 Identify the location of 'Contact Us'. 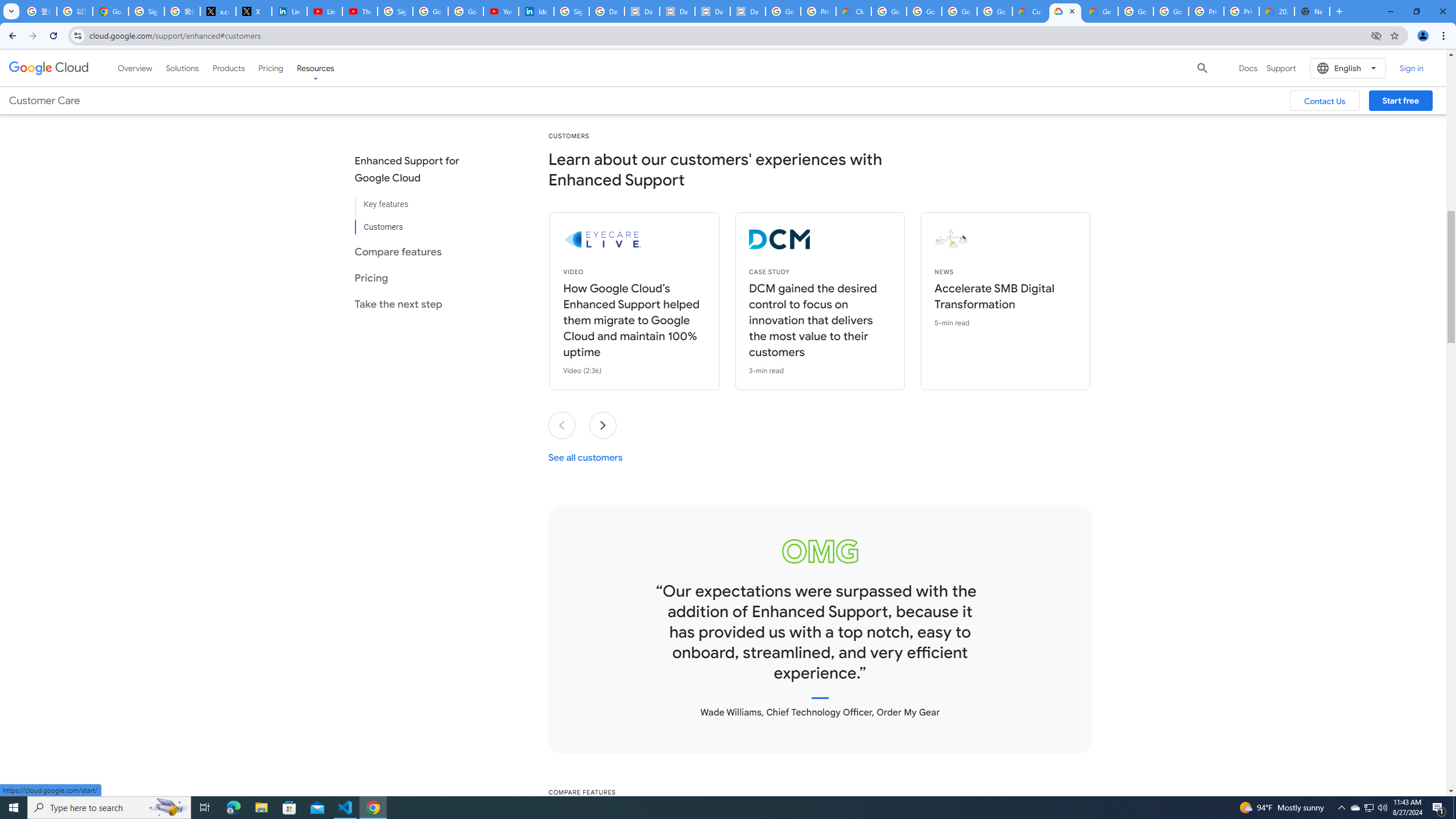
(1324, 100).